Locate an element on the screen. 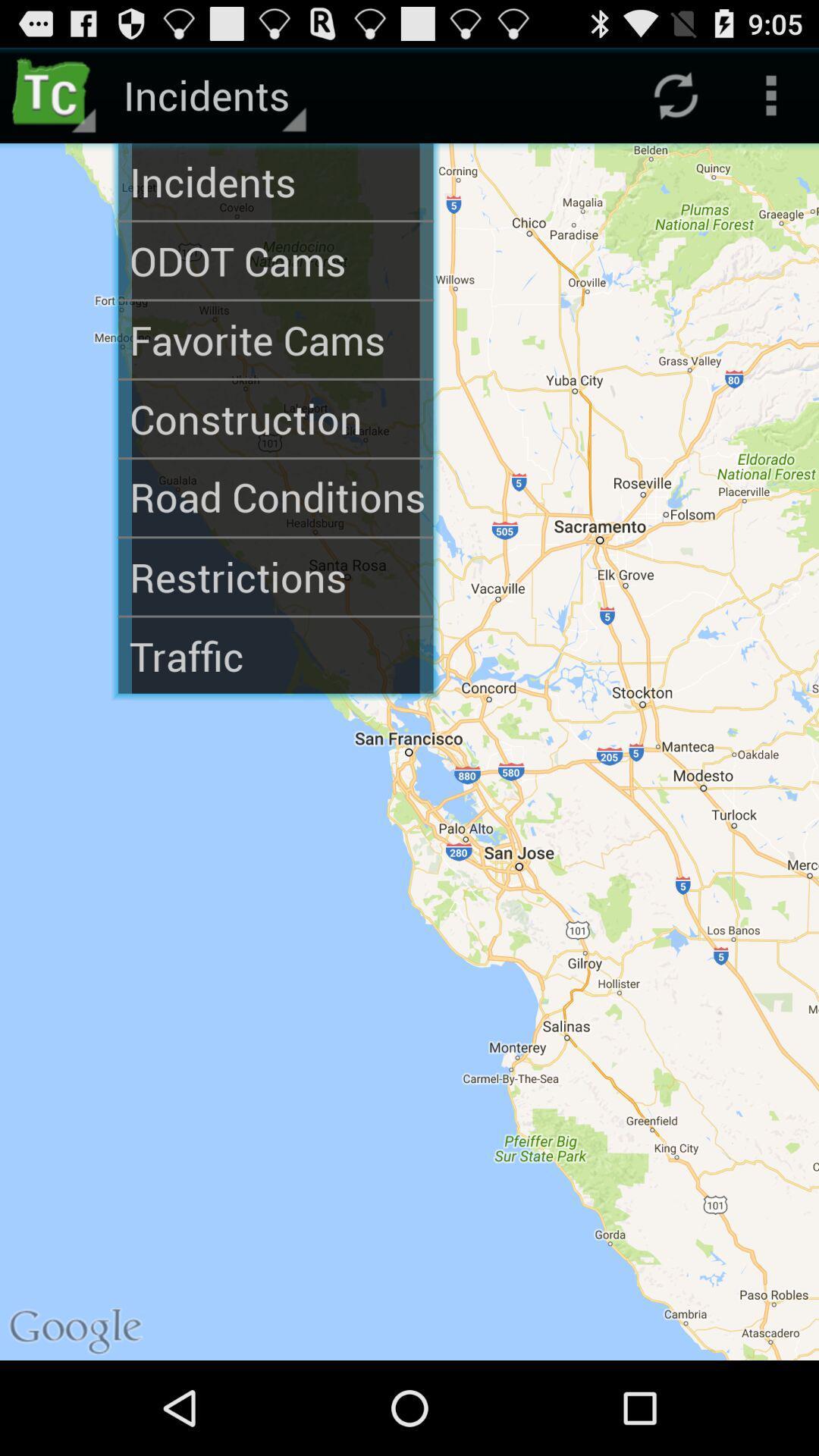 Image resolution: width=819 pixels, height=1456 pixels. favorite cams item is located at coordinates (275, 339).